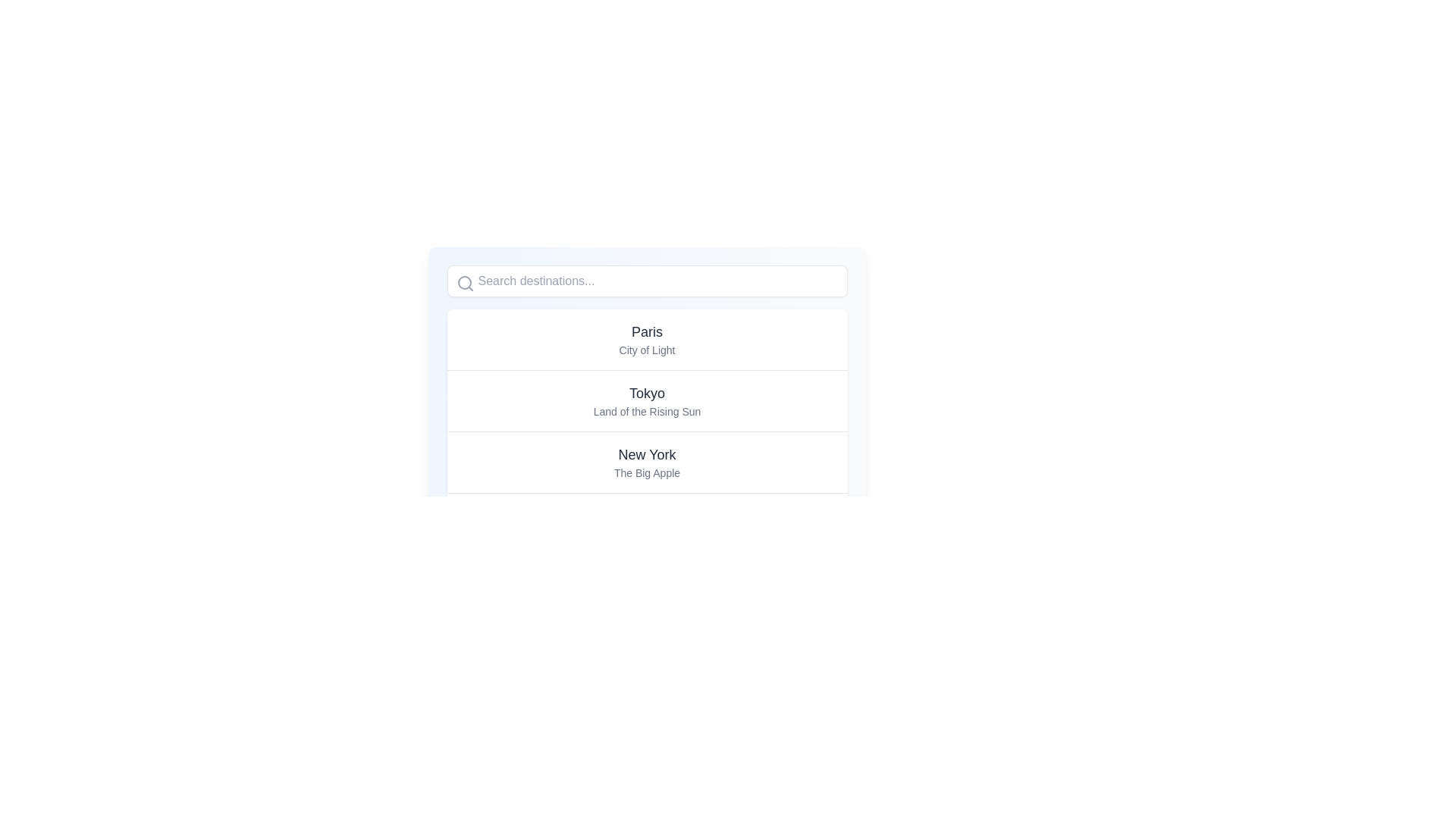 The width and height of the screenshot is (1456, 819). I want to click on to select the destination 'New York' from the list item, which is the third option in a vertically-stacked list, located between 'Tokyo' and 'Kyoto', so click(647, 461).